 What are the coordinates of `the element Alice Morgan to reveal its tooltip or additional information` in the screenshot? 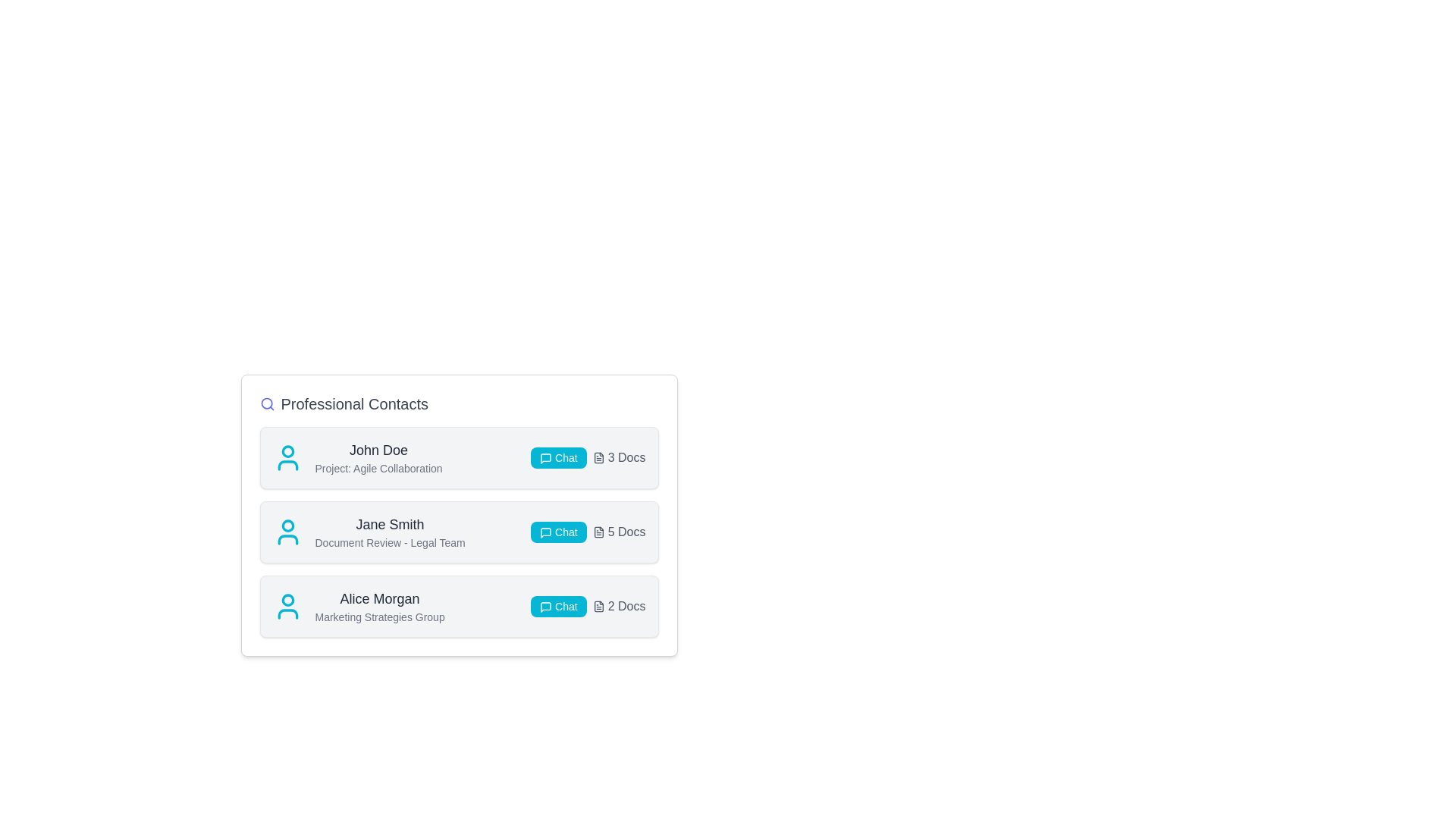 It's located at (380, 598).